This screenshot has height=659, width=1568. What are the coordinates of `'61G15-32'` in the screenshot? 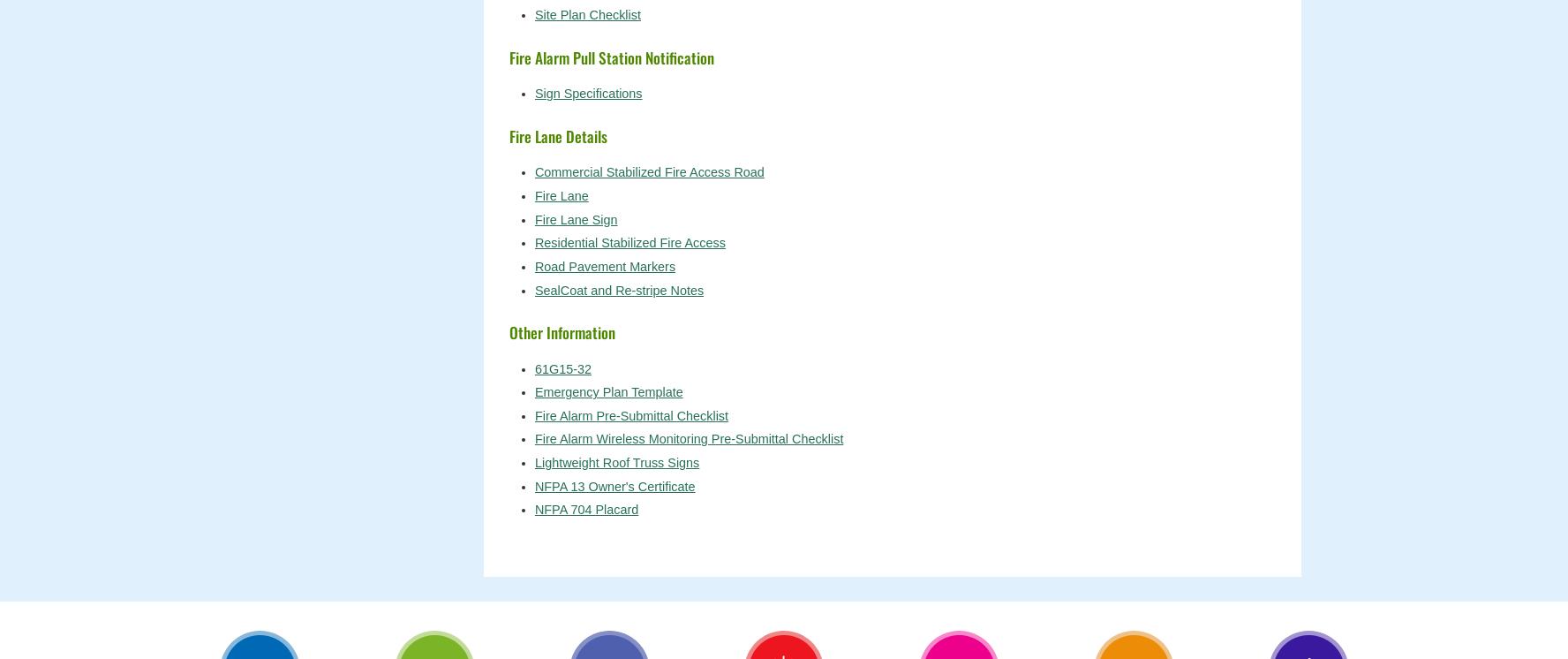 It's located at (562, 367).